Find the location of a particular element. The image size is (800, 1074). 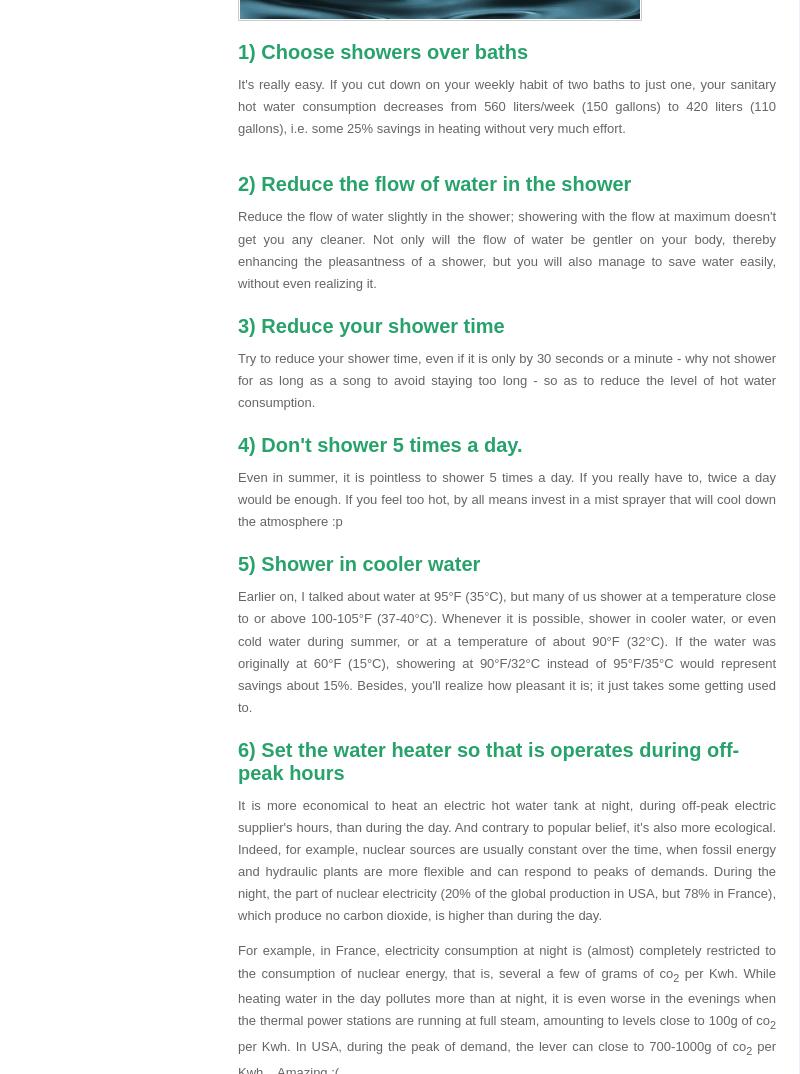

'5) Shower in cooler water' is located at coordinates (358, 562).